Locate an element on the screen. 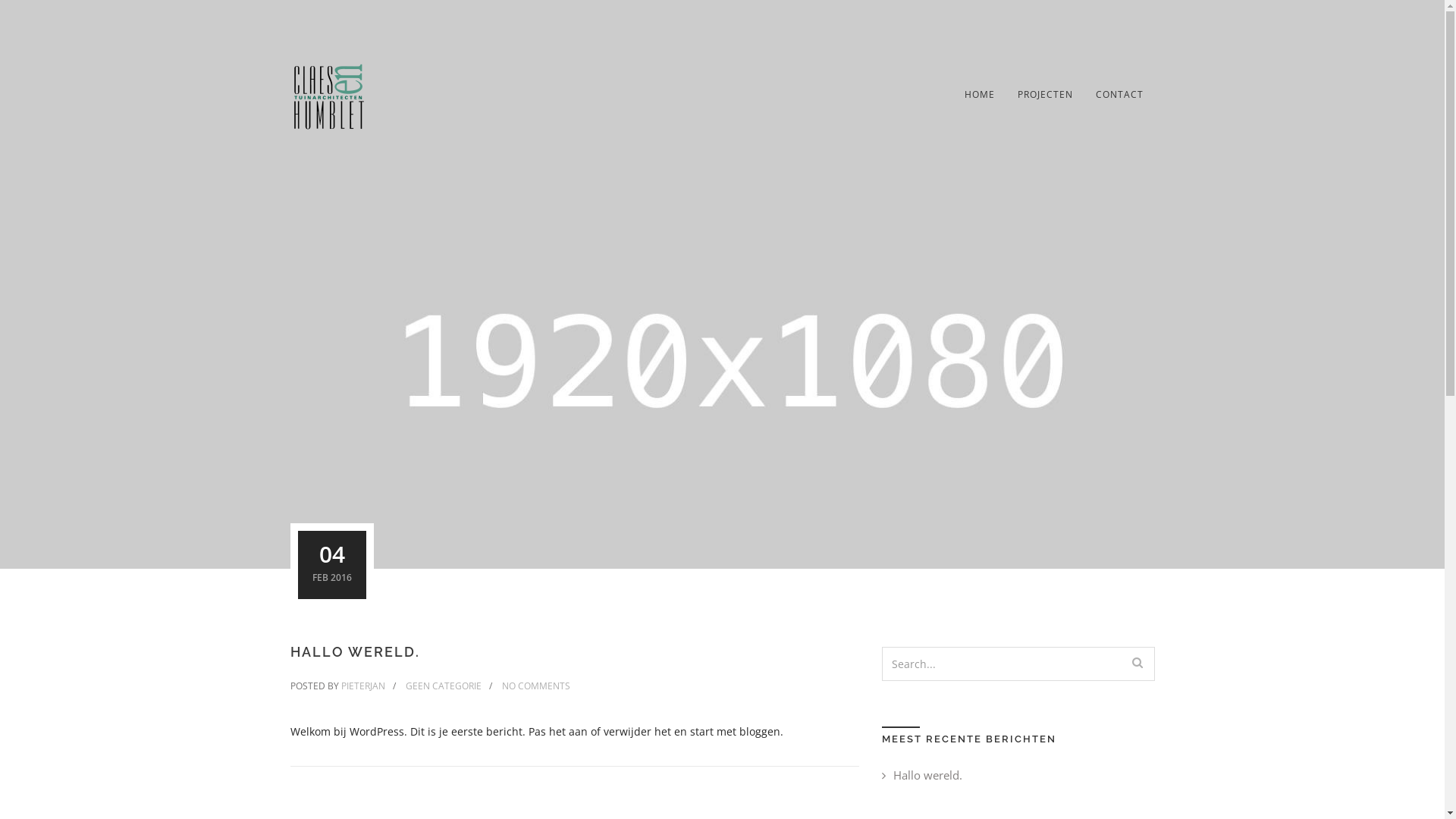 This screenshot has width=1456, height=819. 'PROJECTEN' is located at coordinates (1005, 94).